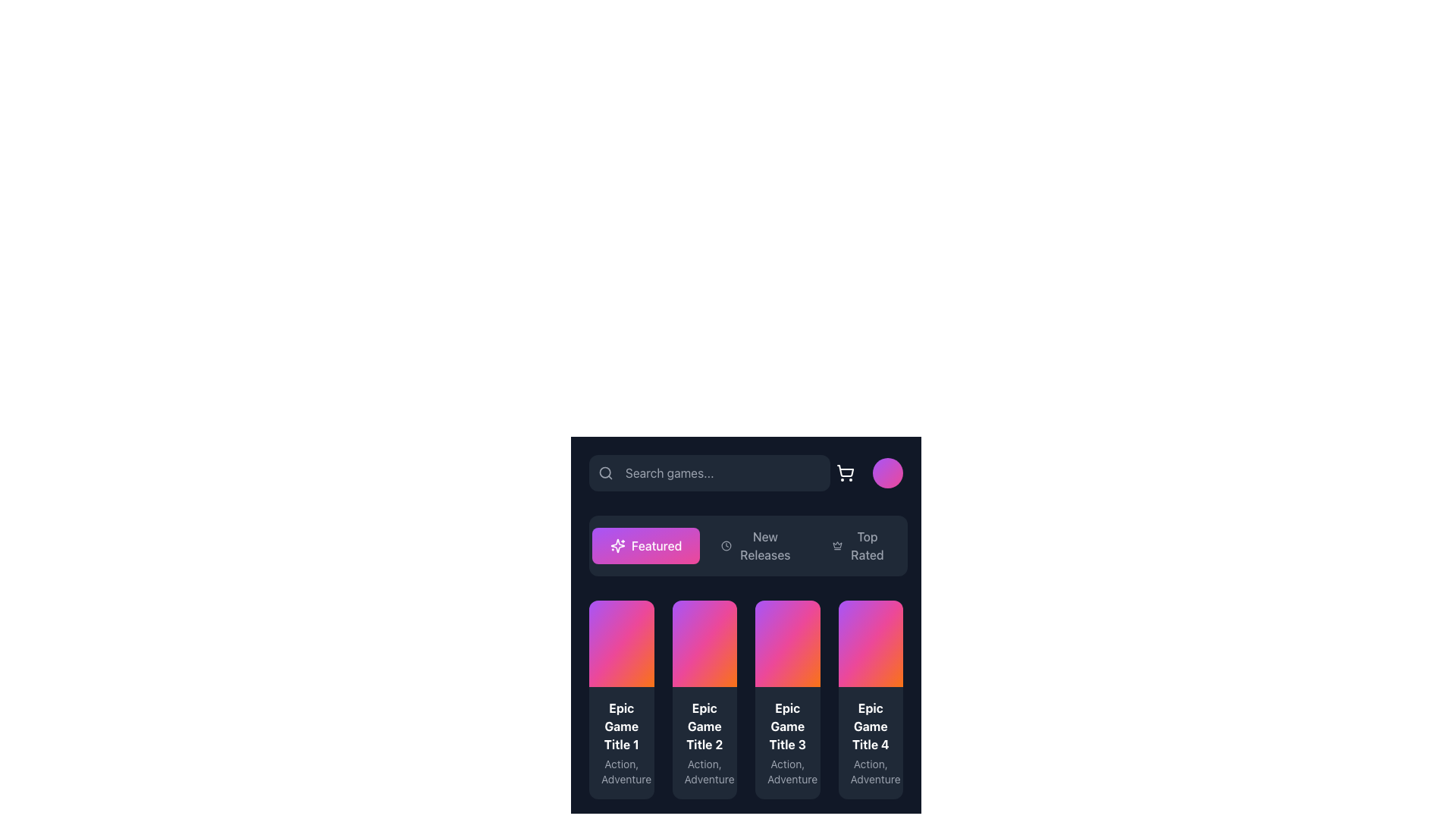 Image resolution: width=1456 pixels, height=819 pixels. I want to click on the text label that informs users about the genres of the game, specifically located beneath the title 'Epic Game Title 1' and above the price information within the leftmost game card, so click(621, 714).